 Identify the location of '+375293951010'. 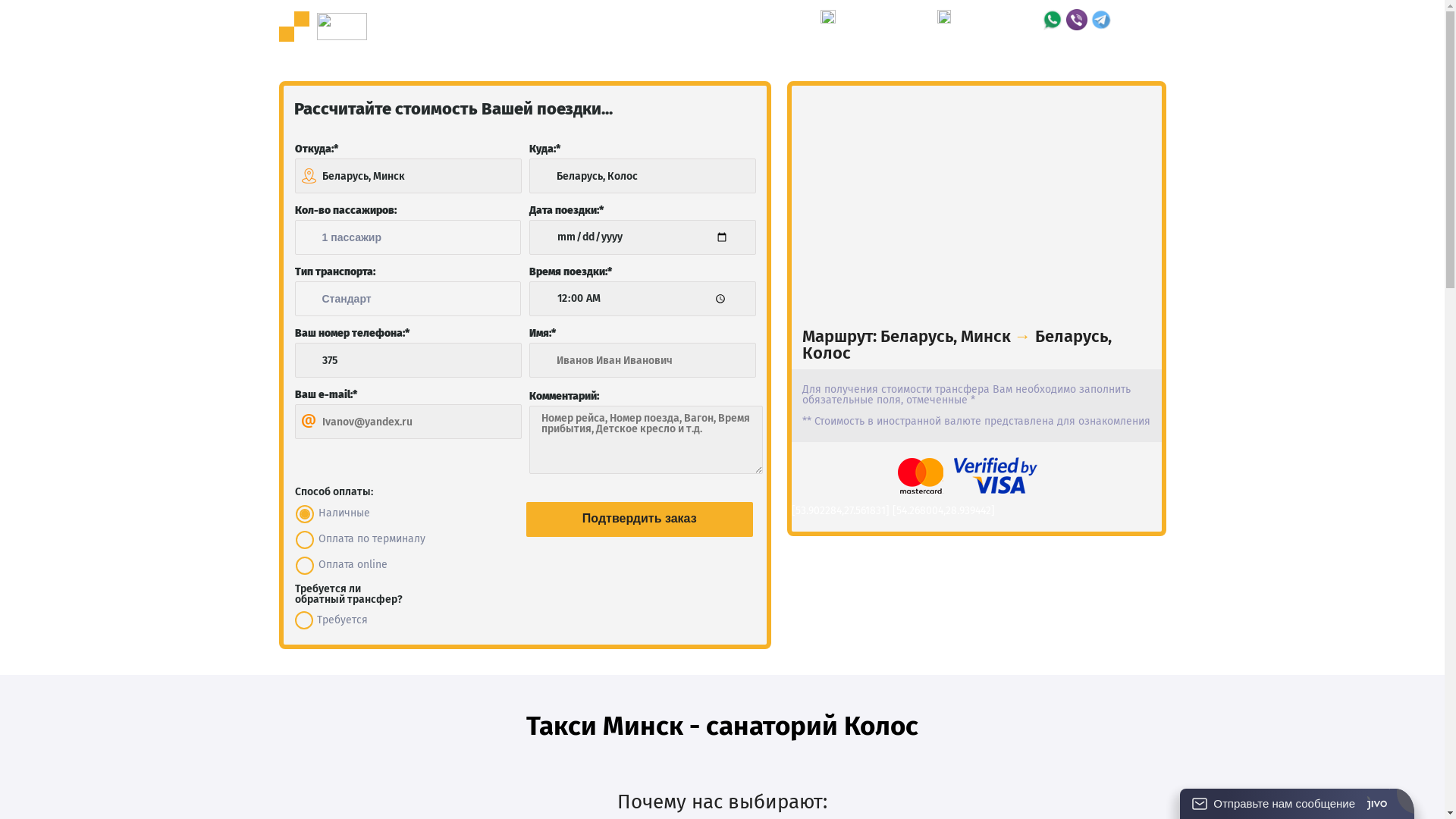
(998, 26).